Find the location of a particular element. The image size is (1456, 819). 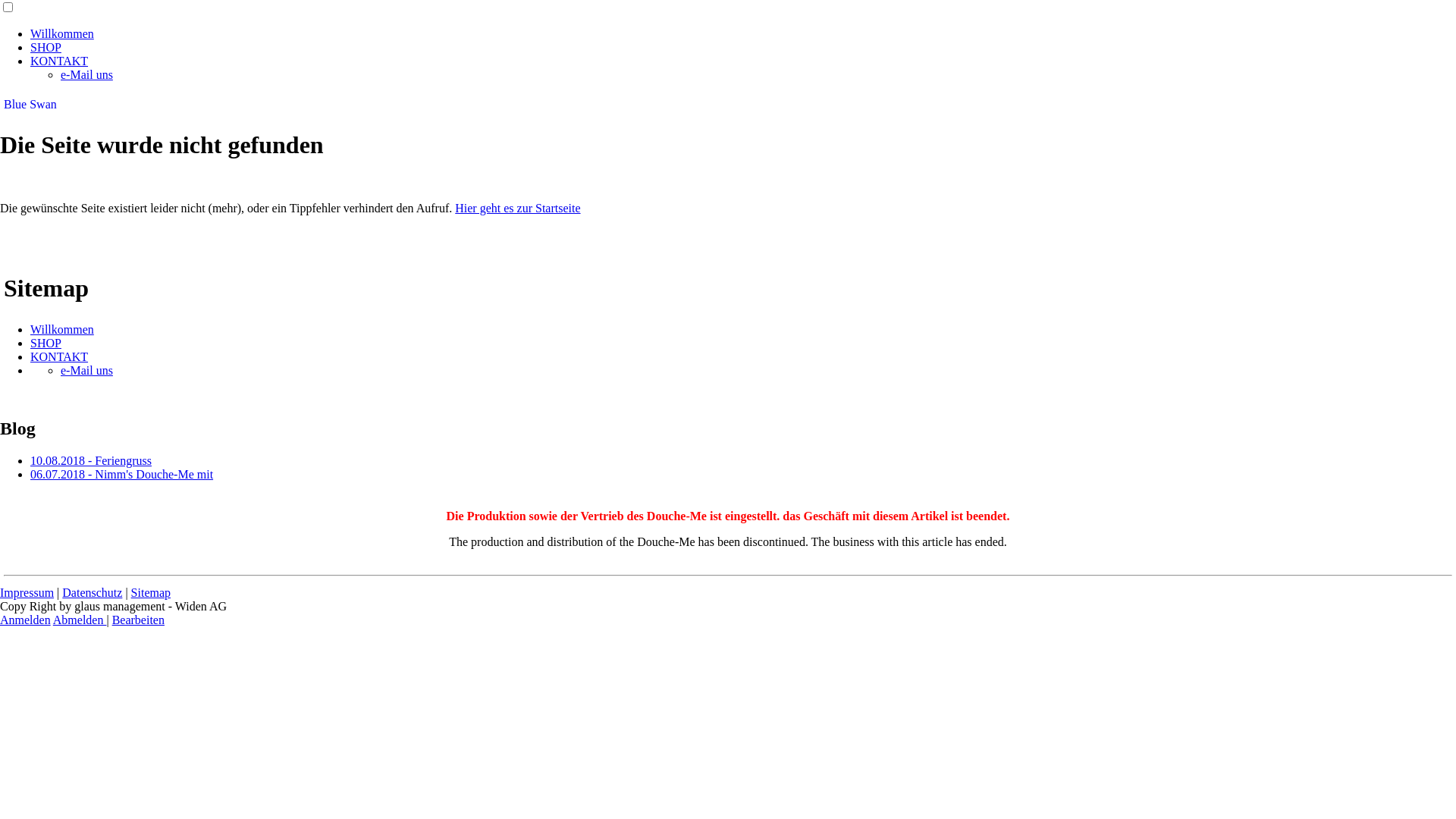

'e-Mail uns' is located at coordinates (86, 370).